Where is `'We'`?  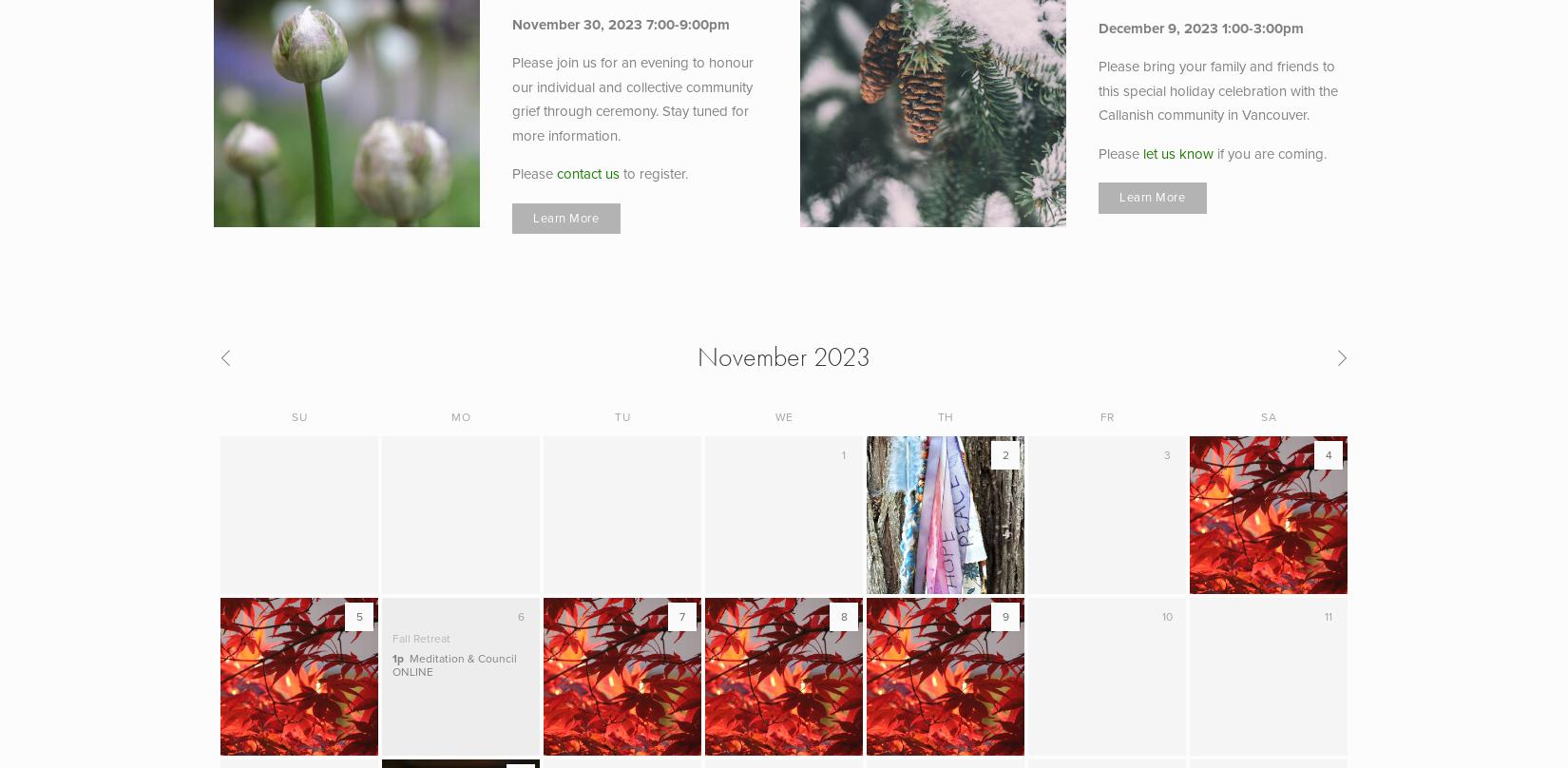 'We' is located at coordinates (773, 416).